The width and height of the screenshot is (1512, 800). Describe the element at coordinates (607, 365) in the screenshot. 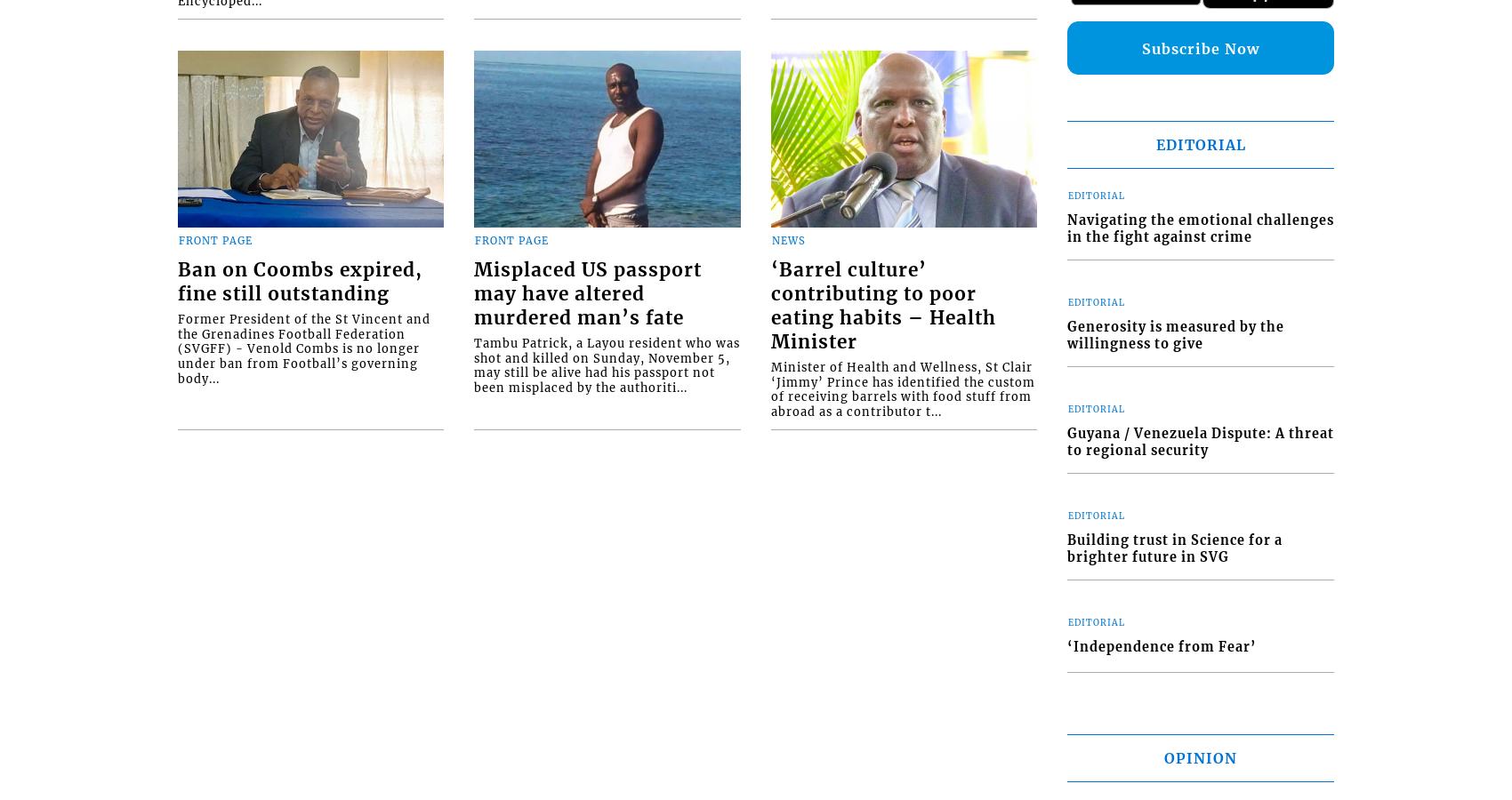

I see `'Tambu Patrick, a Layou resident who was shot and killed on Sunday, November 5, may still be alive had his passport not been misplaced by the authoriti...'` at that location.